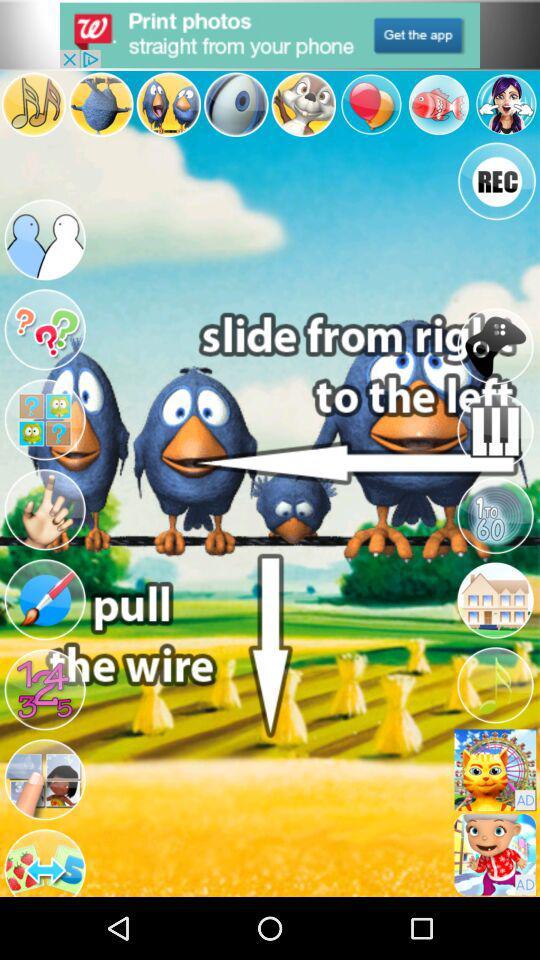  Describe the element at coordinates (44, 834) in the screenshot. I see `the avatar icon` at that location.